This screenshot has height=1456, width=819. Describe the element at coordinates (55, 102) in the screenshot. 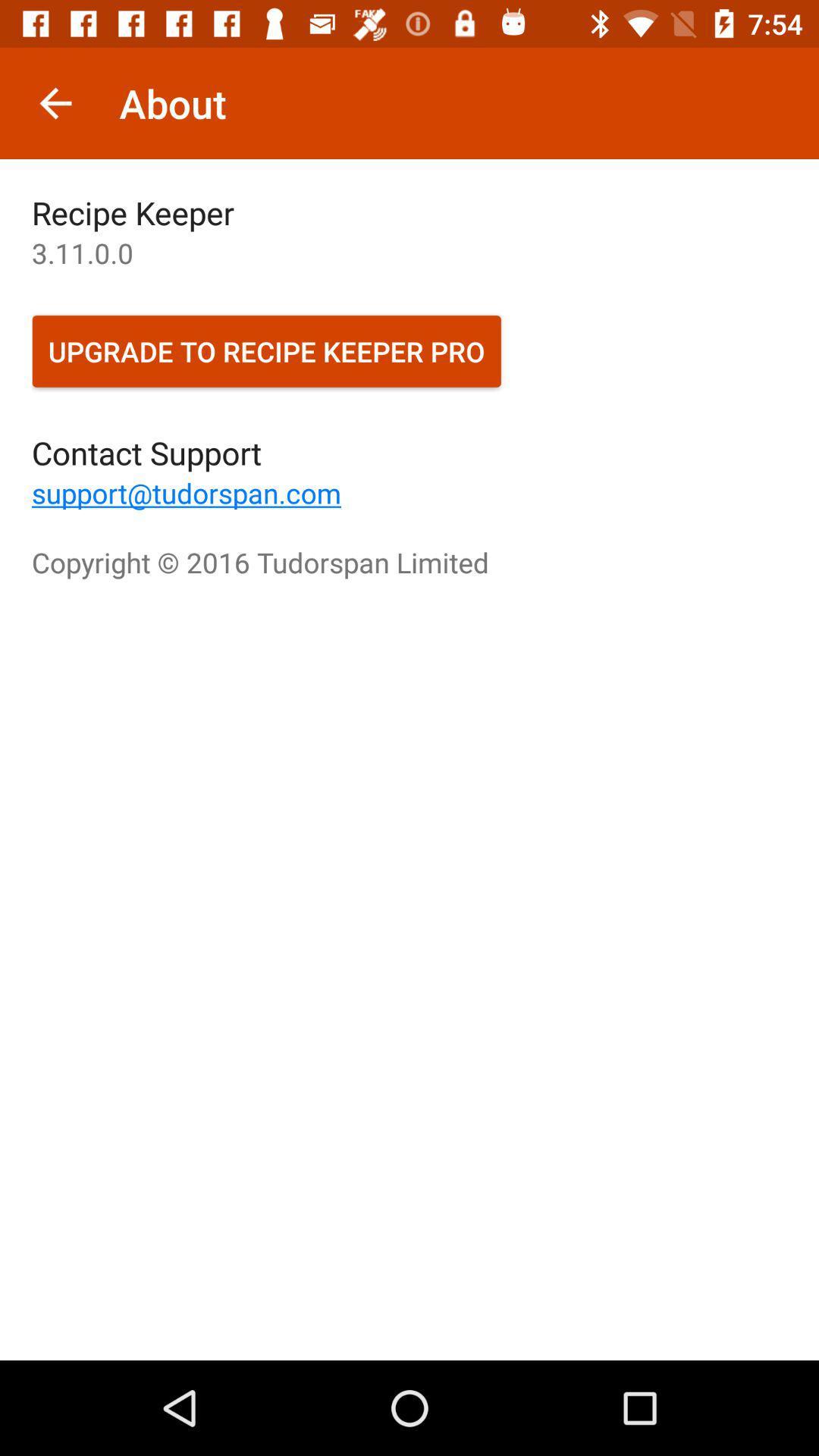

I see `item to the left of the about` at that location.